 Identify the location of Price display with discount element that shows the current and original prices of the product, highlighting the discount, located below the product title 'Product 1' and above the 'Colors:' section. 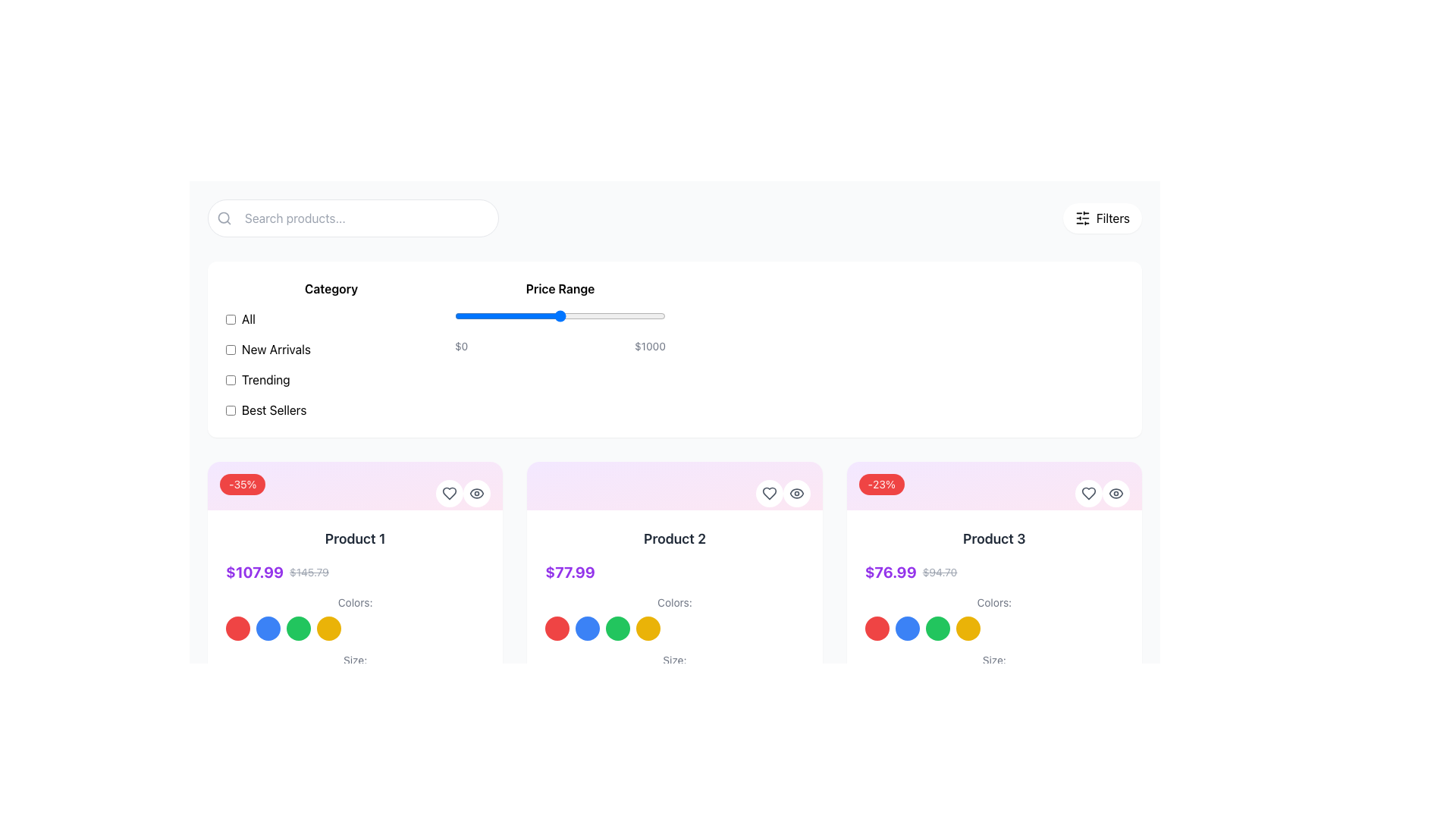
(354, 573).